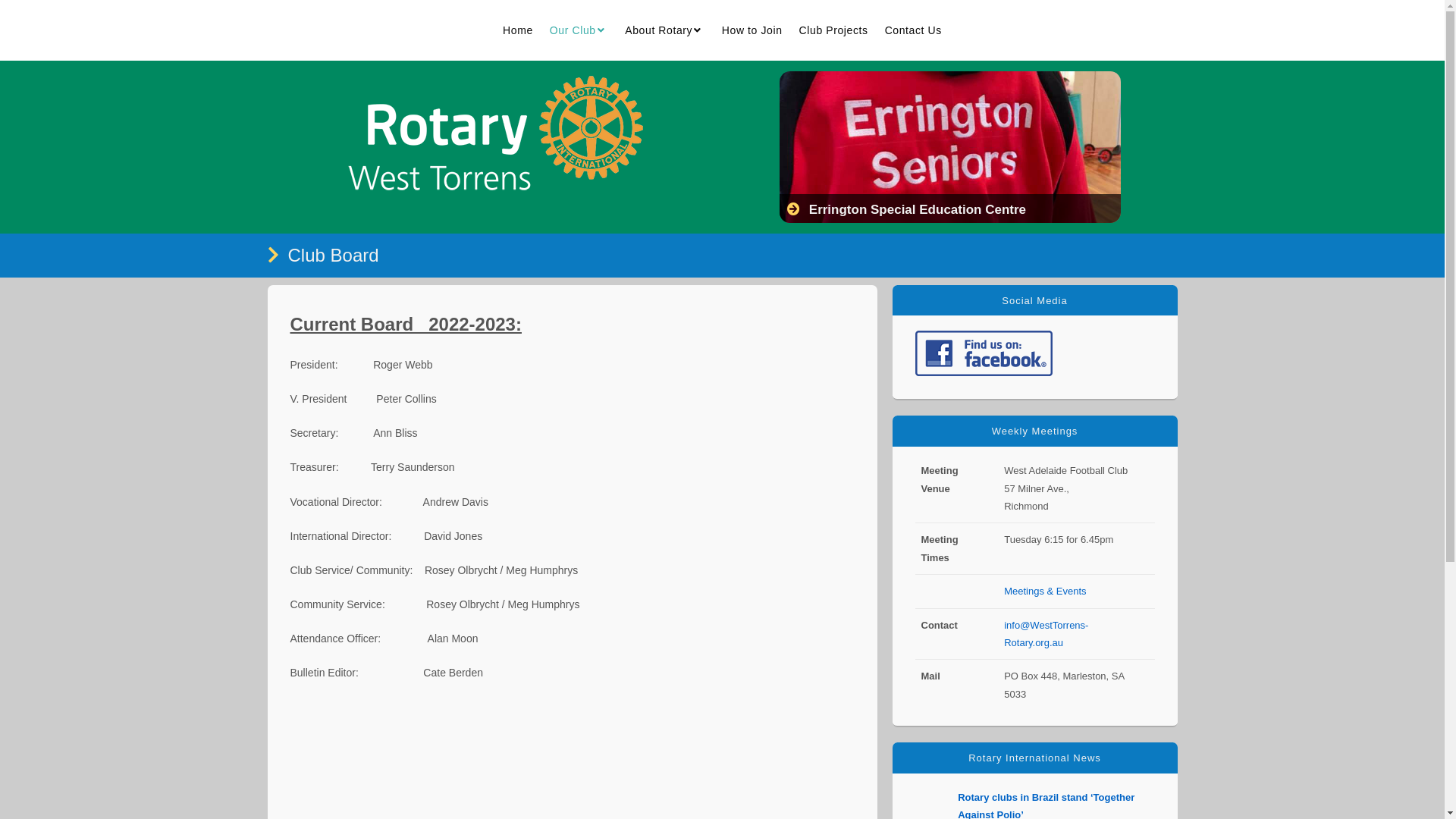 This screenshot has width=1456, height=819. Describe the element at coordinates (833, 30) in the screenshot. I see `'Club Projects'` at that location.